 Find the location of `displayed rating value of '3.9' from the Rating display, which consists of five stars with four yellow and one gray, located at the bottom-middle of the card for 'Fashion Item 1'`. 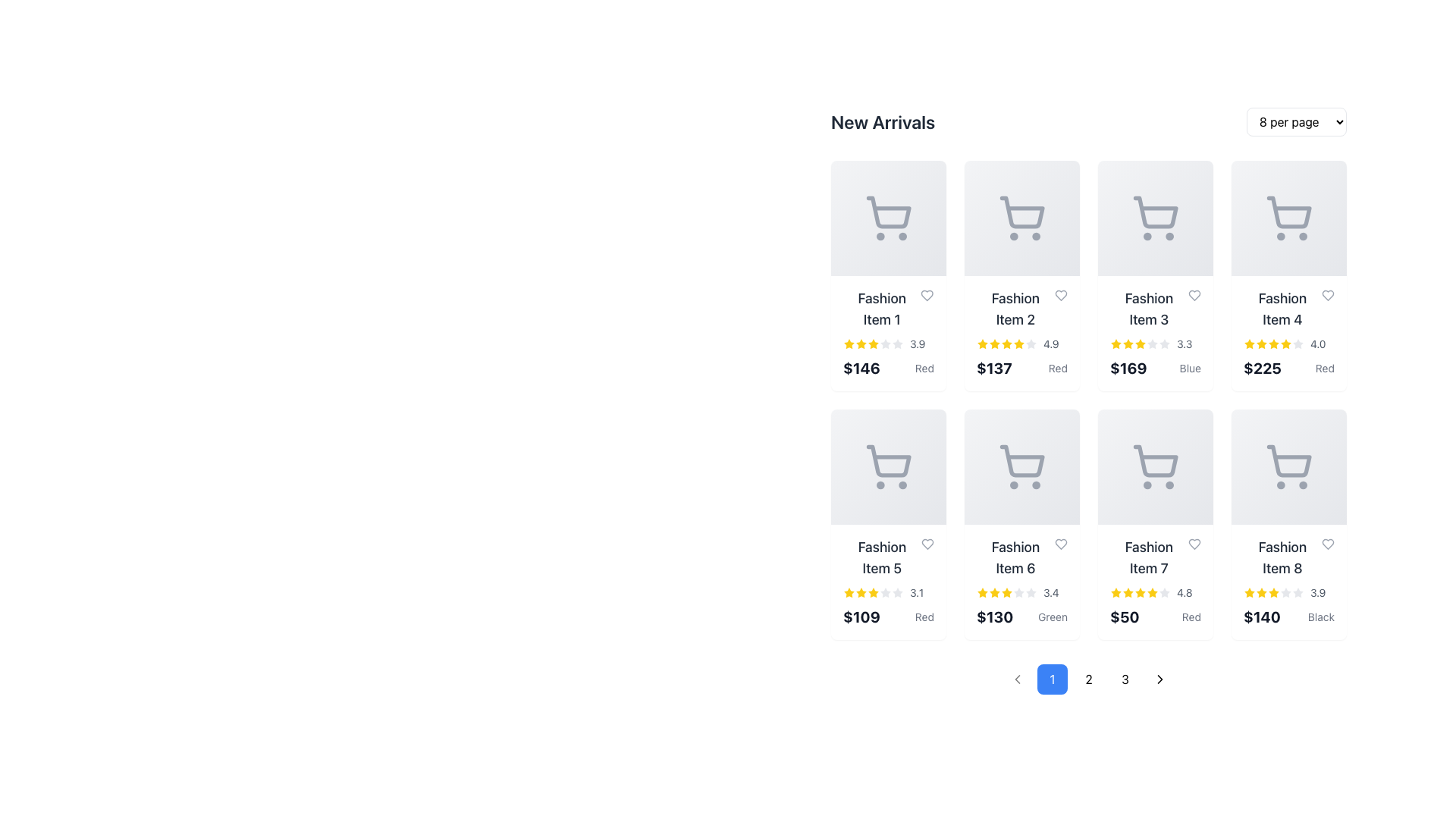

displayed rating value of '3.9' from the Rating display, which consists of five stars with four yellow and one gray, located at the bottom-middle of the card for 'Fashion Item 1' is located at coordinates (888, 344).